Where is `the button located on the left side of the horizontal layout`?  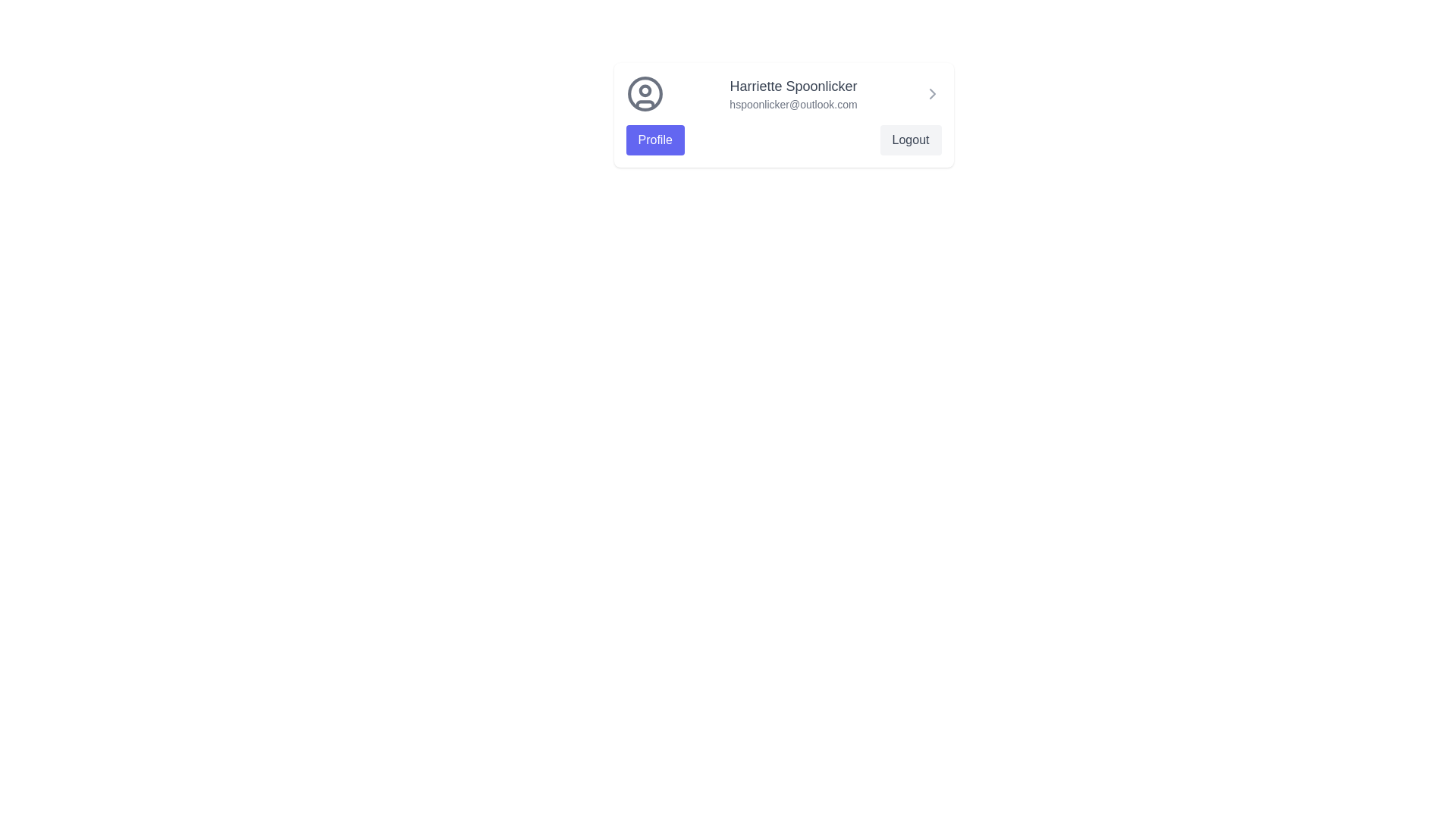 the button located on the left side of the horizontal layout is located at coordinates (655, 140).